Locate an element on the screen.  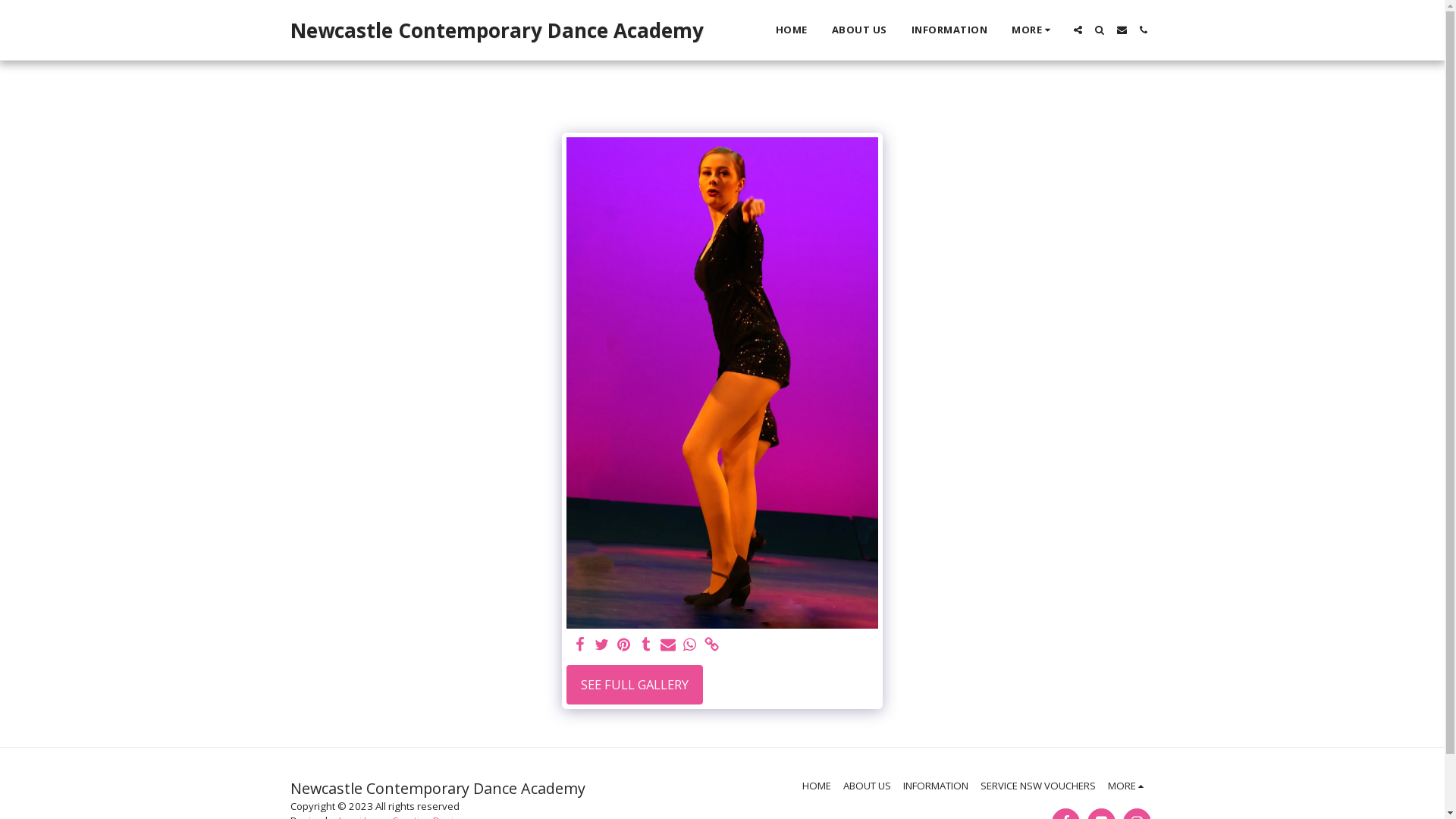
'ABOUT US' is located at coordinates (867, 785).